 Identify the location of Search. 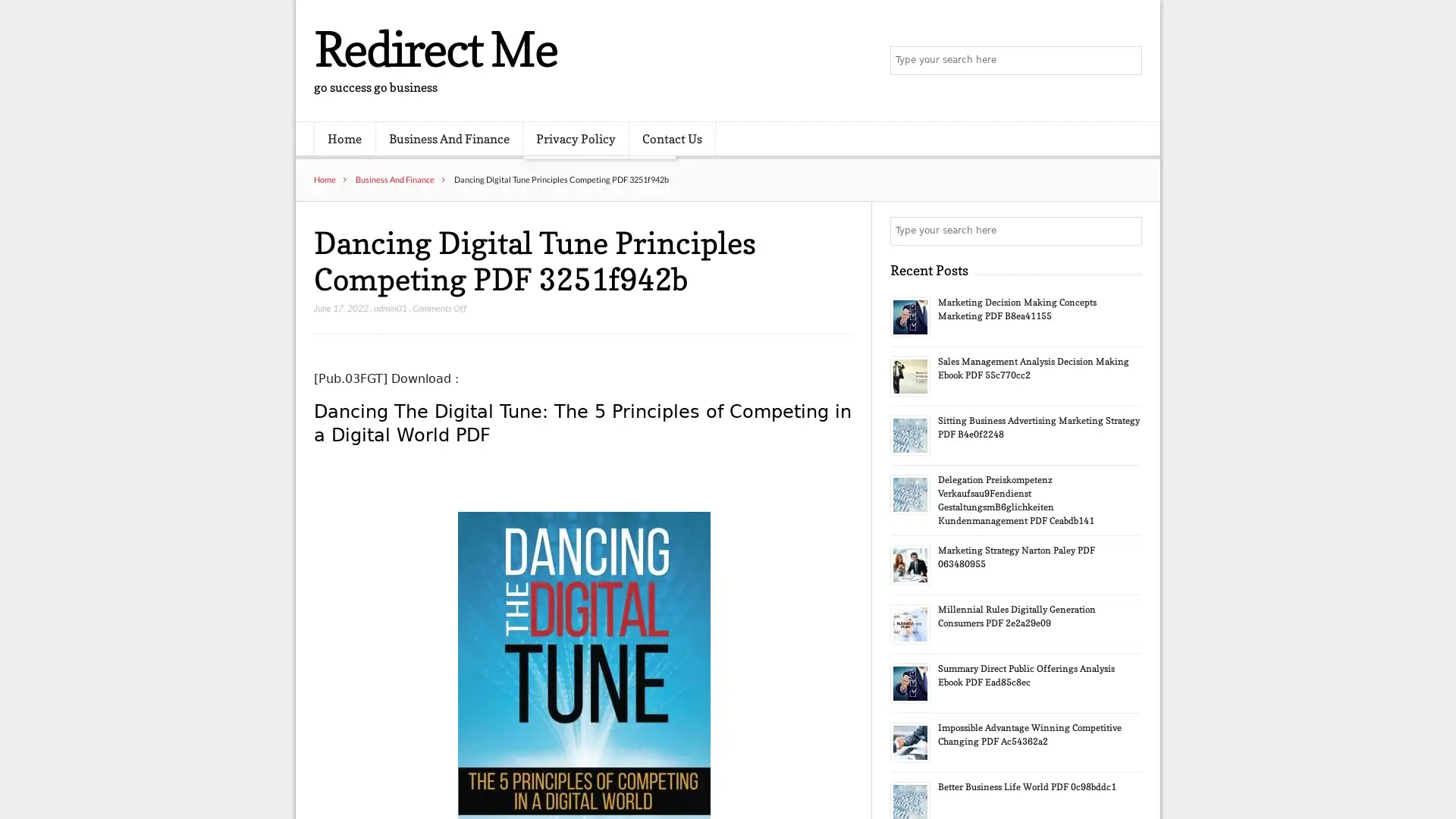
(1126, 231).